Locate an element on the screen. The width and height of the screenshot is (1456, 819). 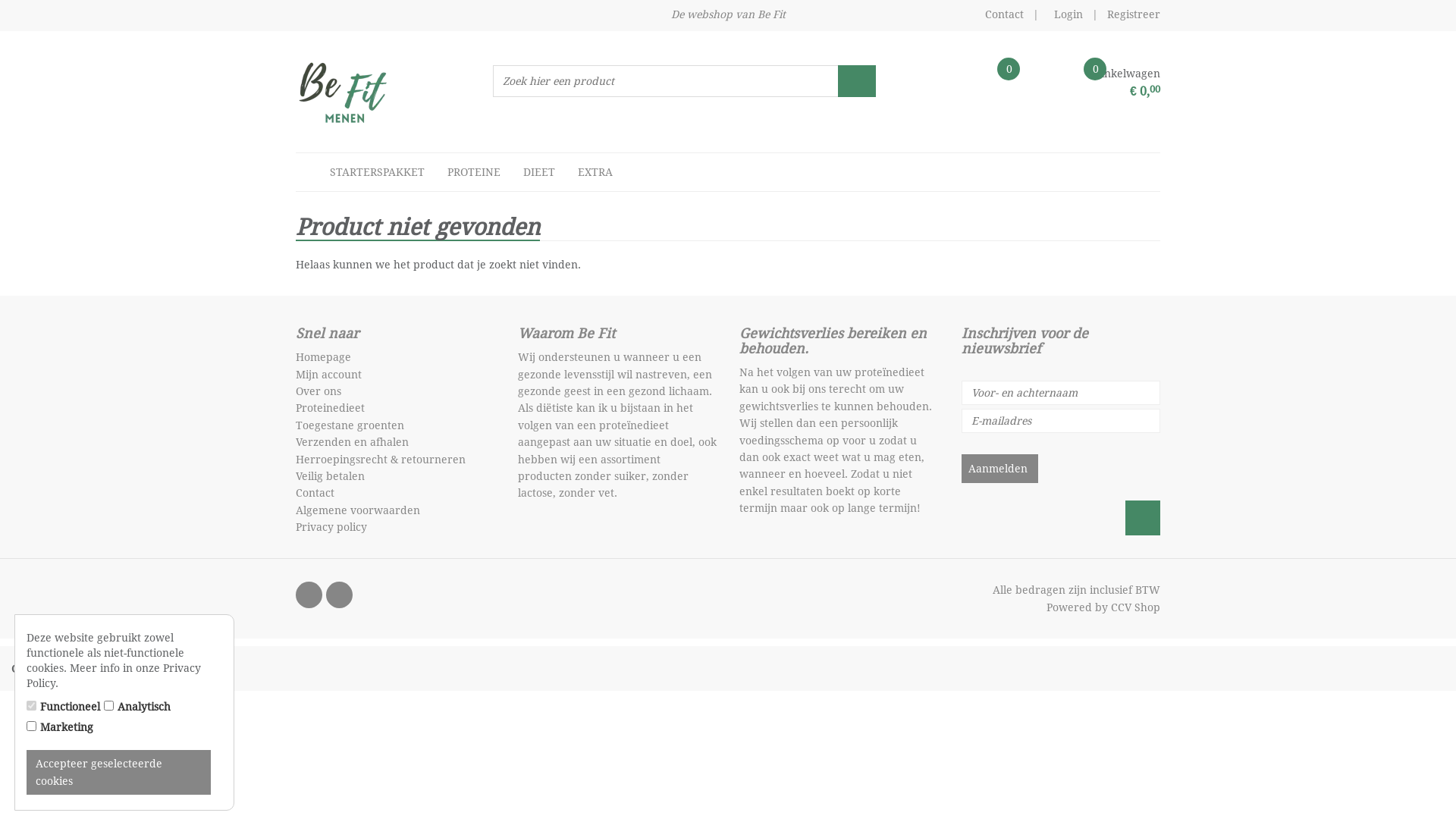
'Herroepingsrecht & retourneren' is located at coordinates (381, 458).